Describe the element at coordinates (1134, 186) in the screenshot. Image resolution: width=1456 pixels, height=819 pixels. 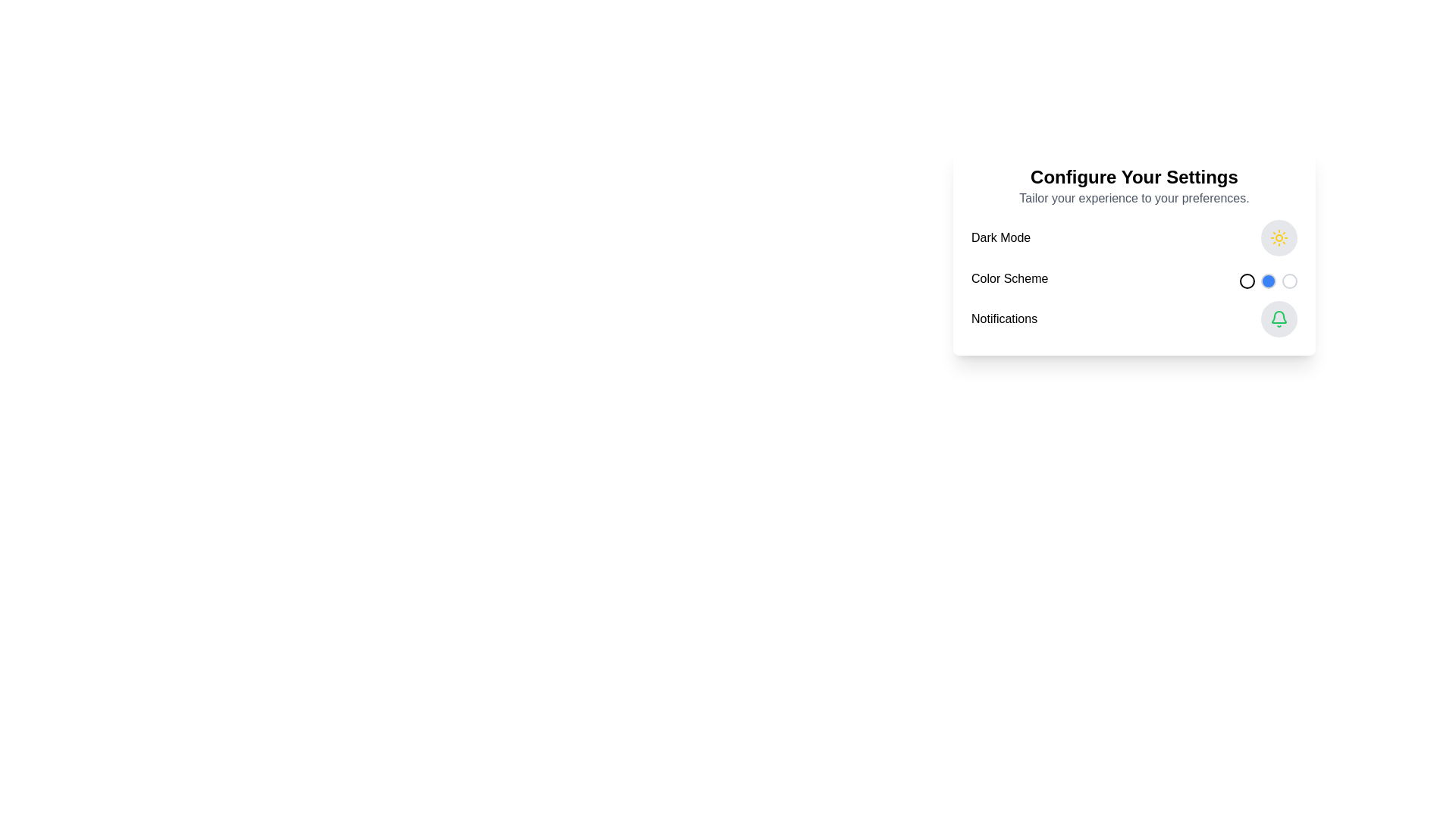
I see `the static text element that serves as the header for the settings configuration section, providing a title and brief description above 'Dark Mode', 'Color Scheme', and 'Notifications'` at that location.